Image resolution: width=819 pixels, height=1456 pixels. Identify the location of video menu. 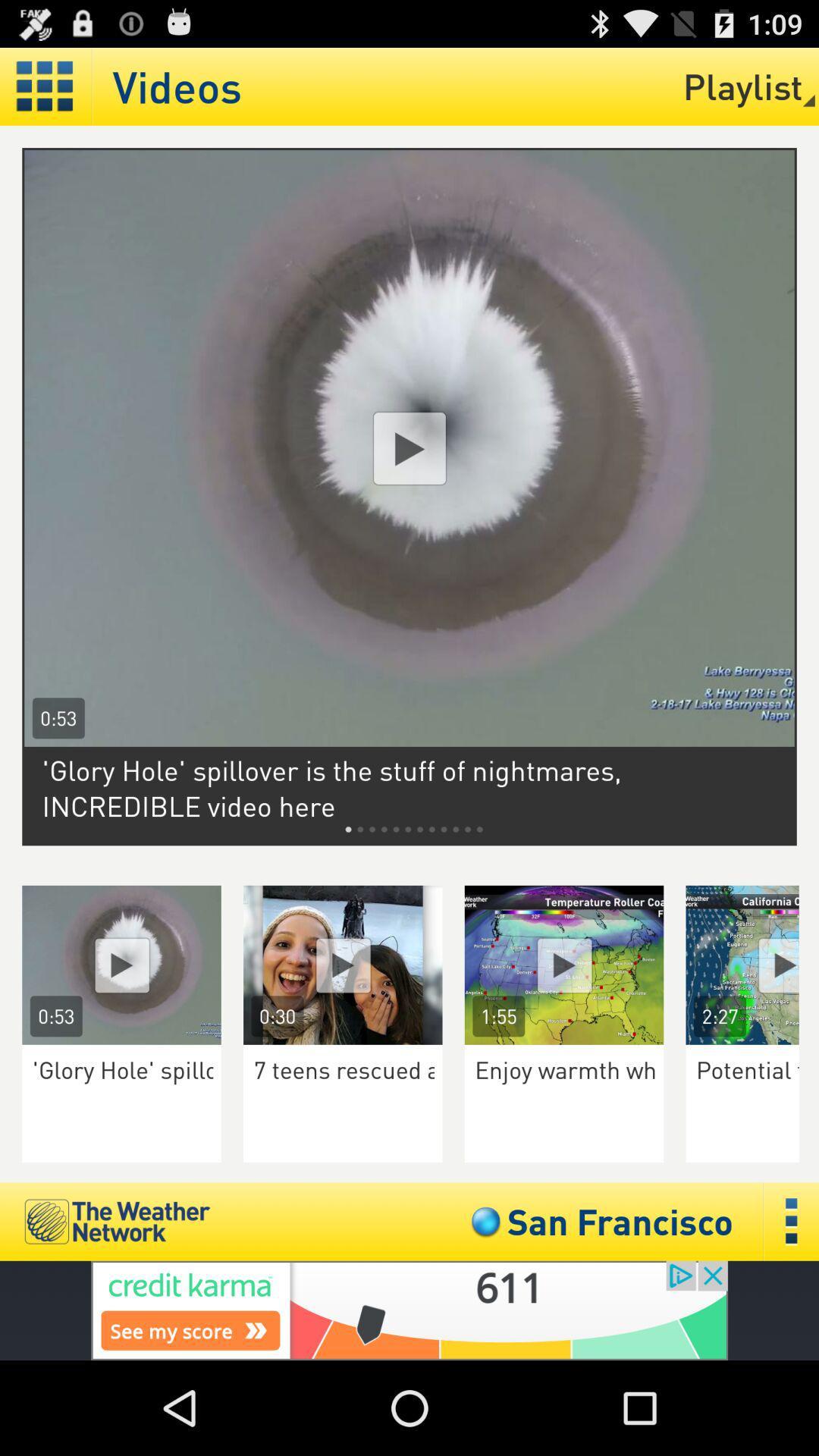
(45, 86).